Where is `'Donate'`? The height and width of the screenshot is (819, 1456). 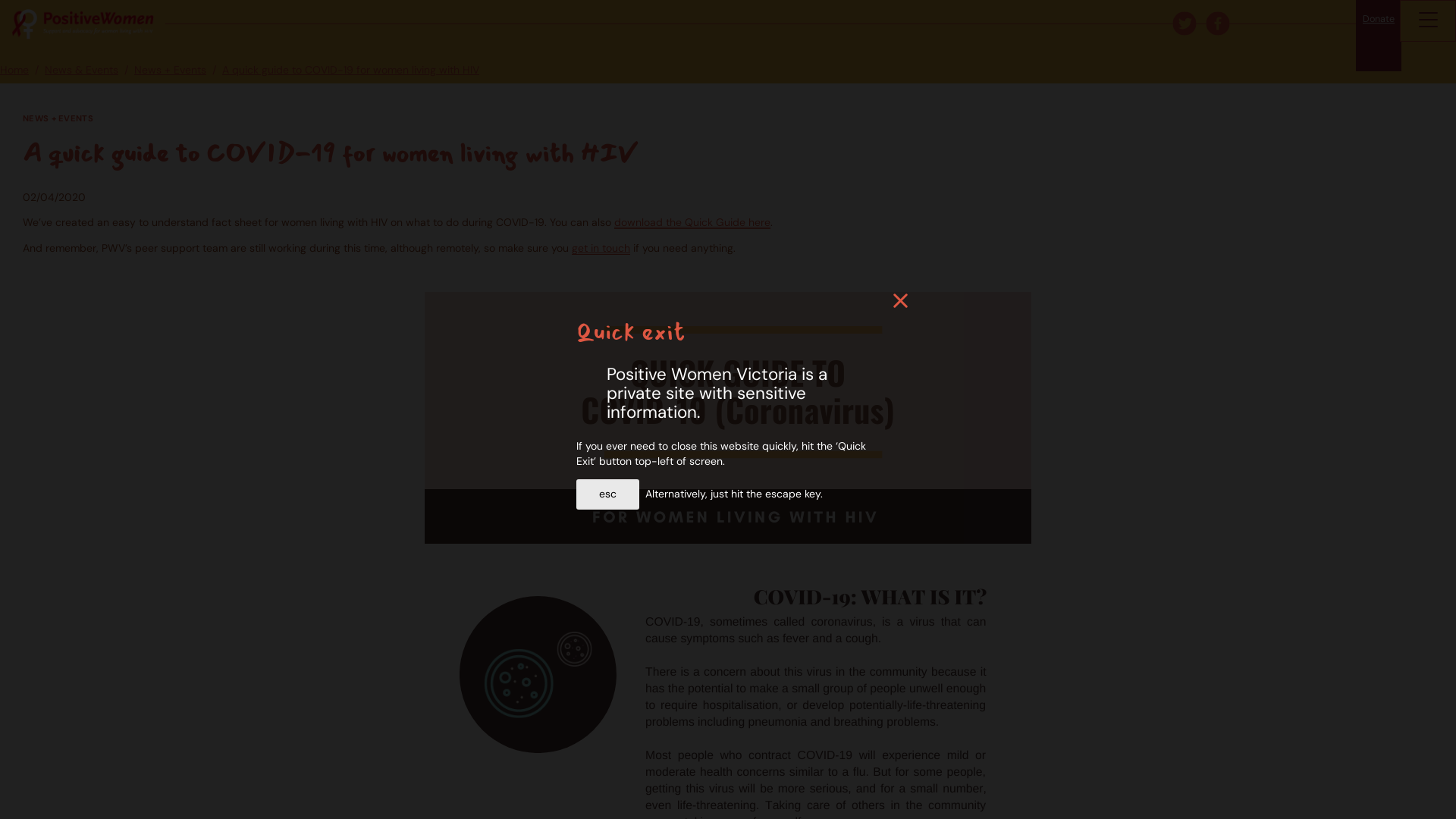
'Donate' is located at coordinates (1379, 34).